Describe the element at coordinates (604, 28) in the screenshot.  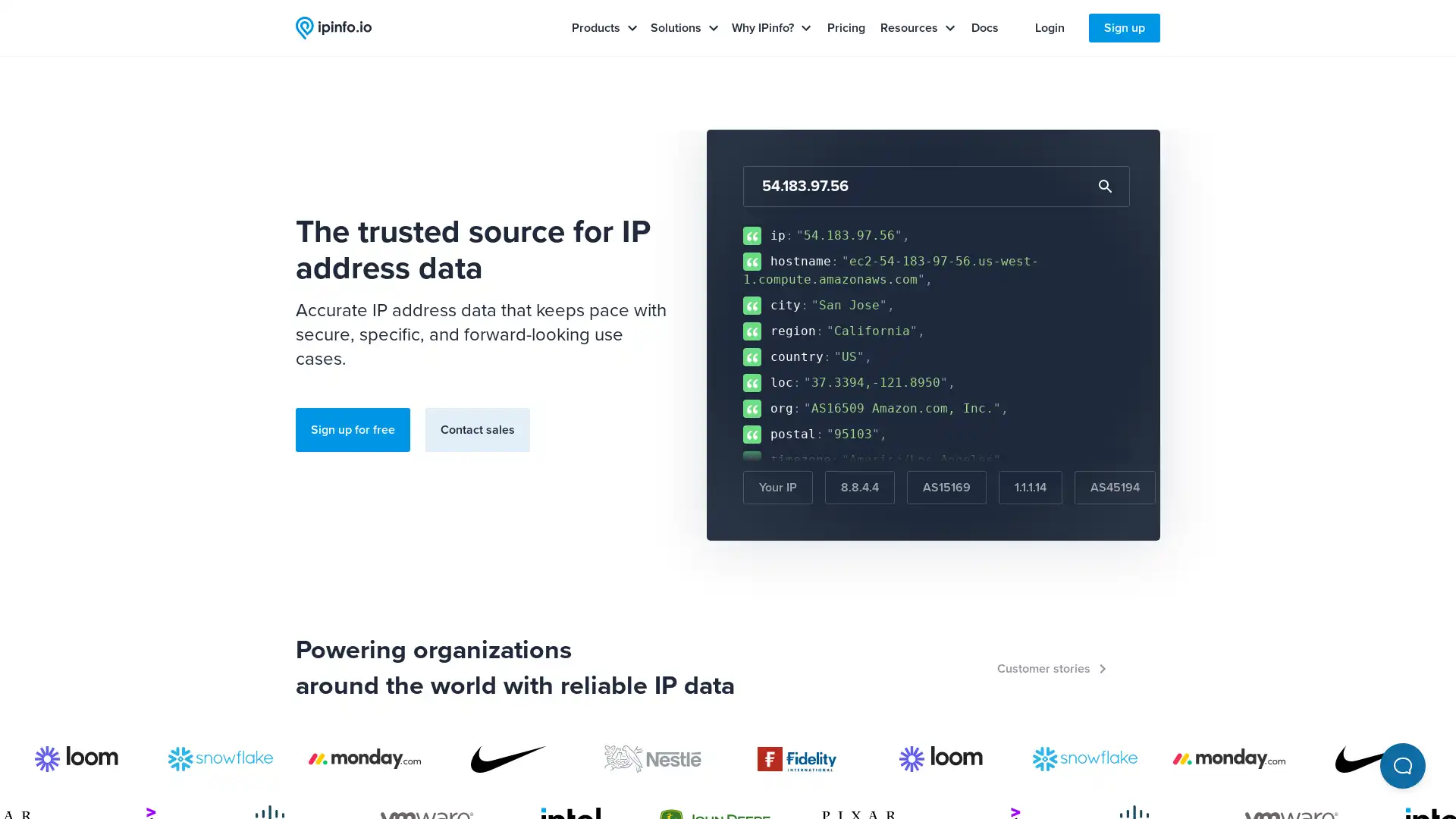
I see `Products` at that location.